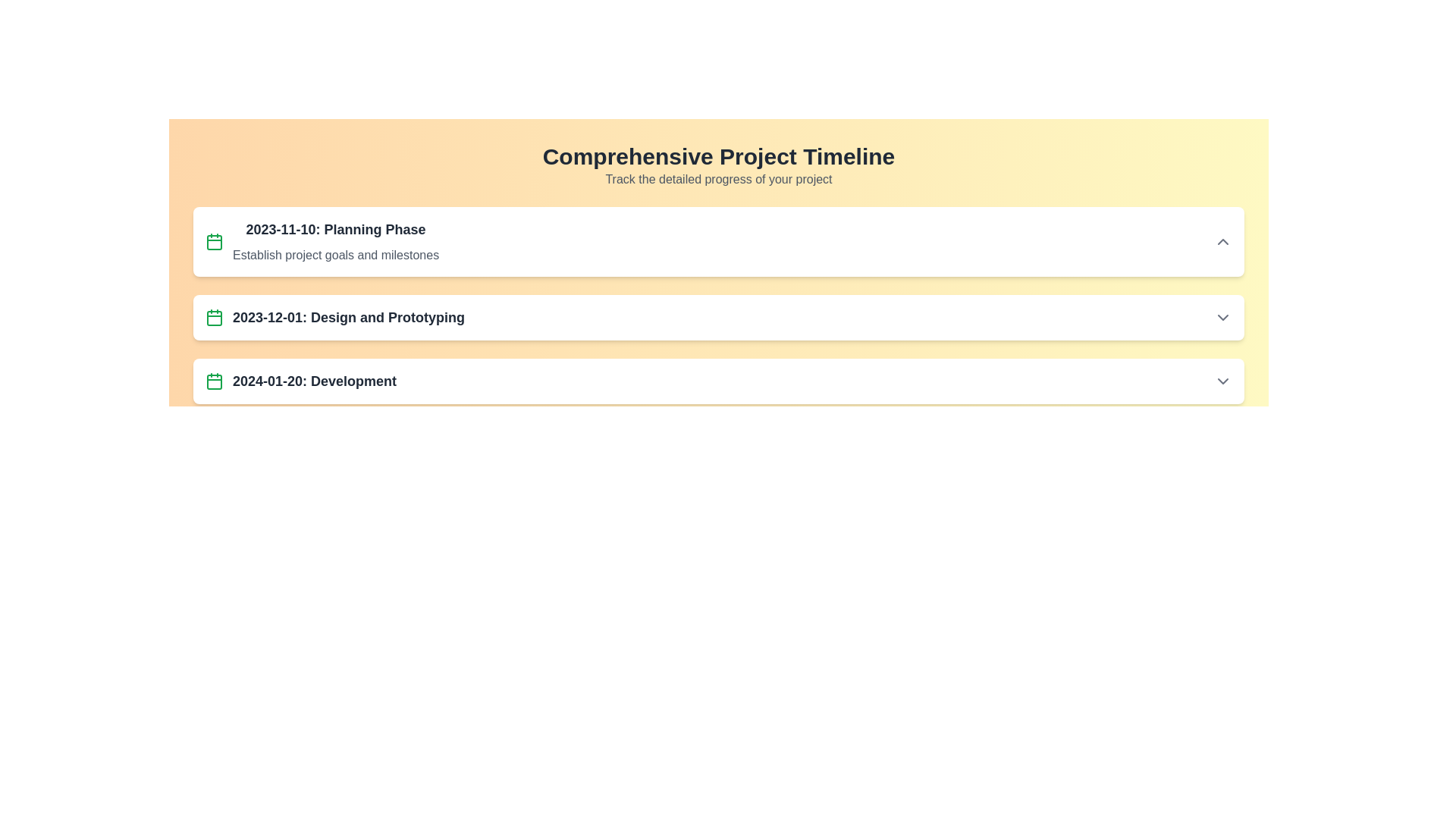 The height and width of the screenshot is (819, 1456). I want to click on header text 'Comprehensive Project Timeline' located centrally in the gradient background header area of the page, so click(718, 166).